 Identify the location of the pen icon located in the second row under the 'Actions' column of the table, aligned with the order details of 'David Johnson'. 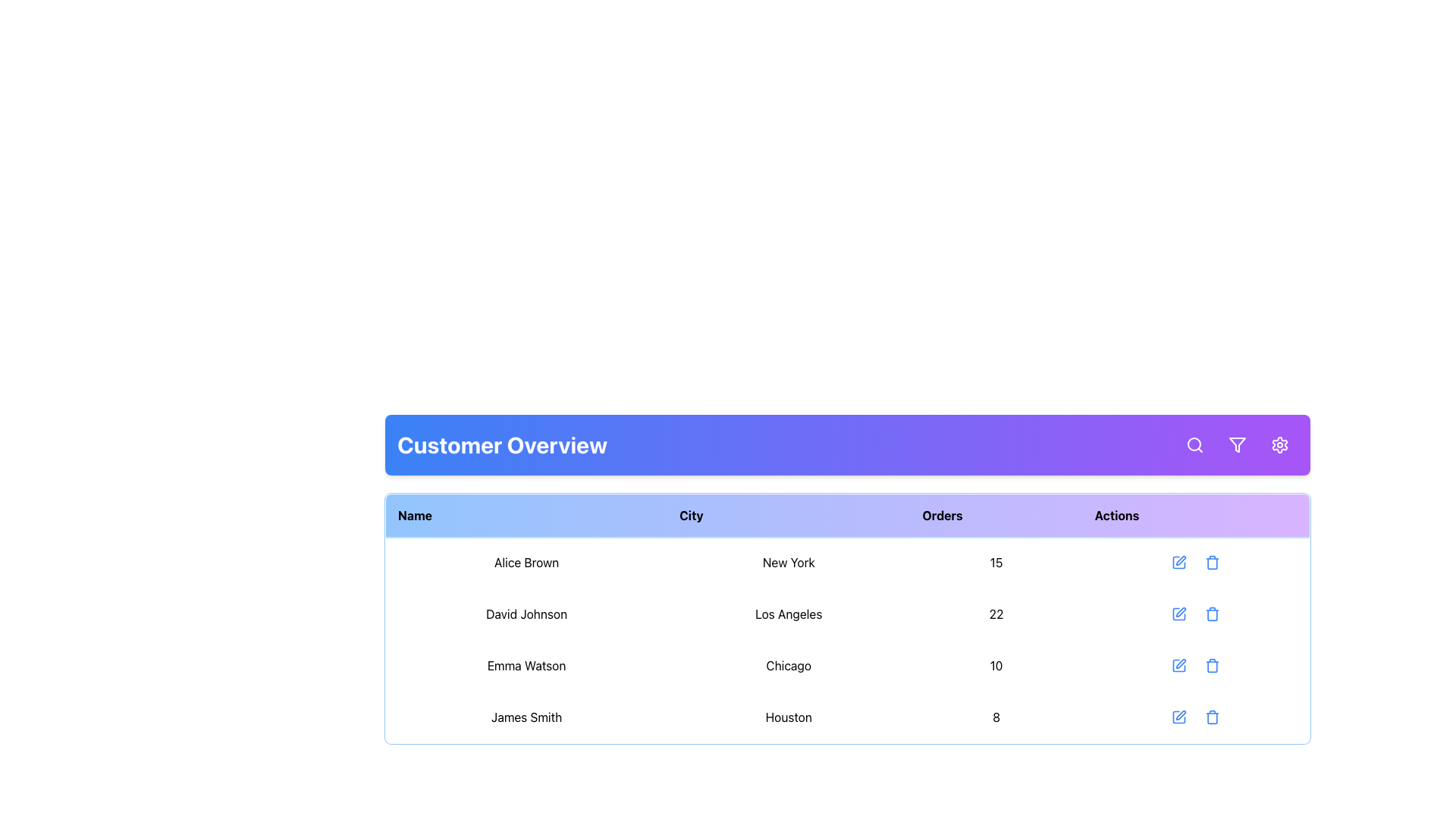
(1179, 610).